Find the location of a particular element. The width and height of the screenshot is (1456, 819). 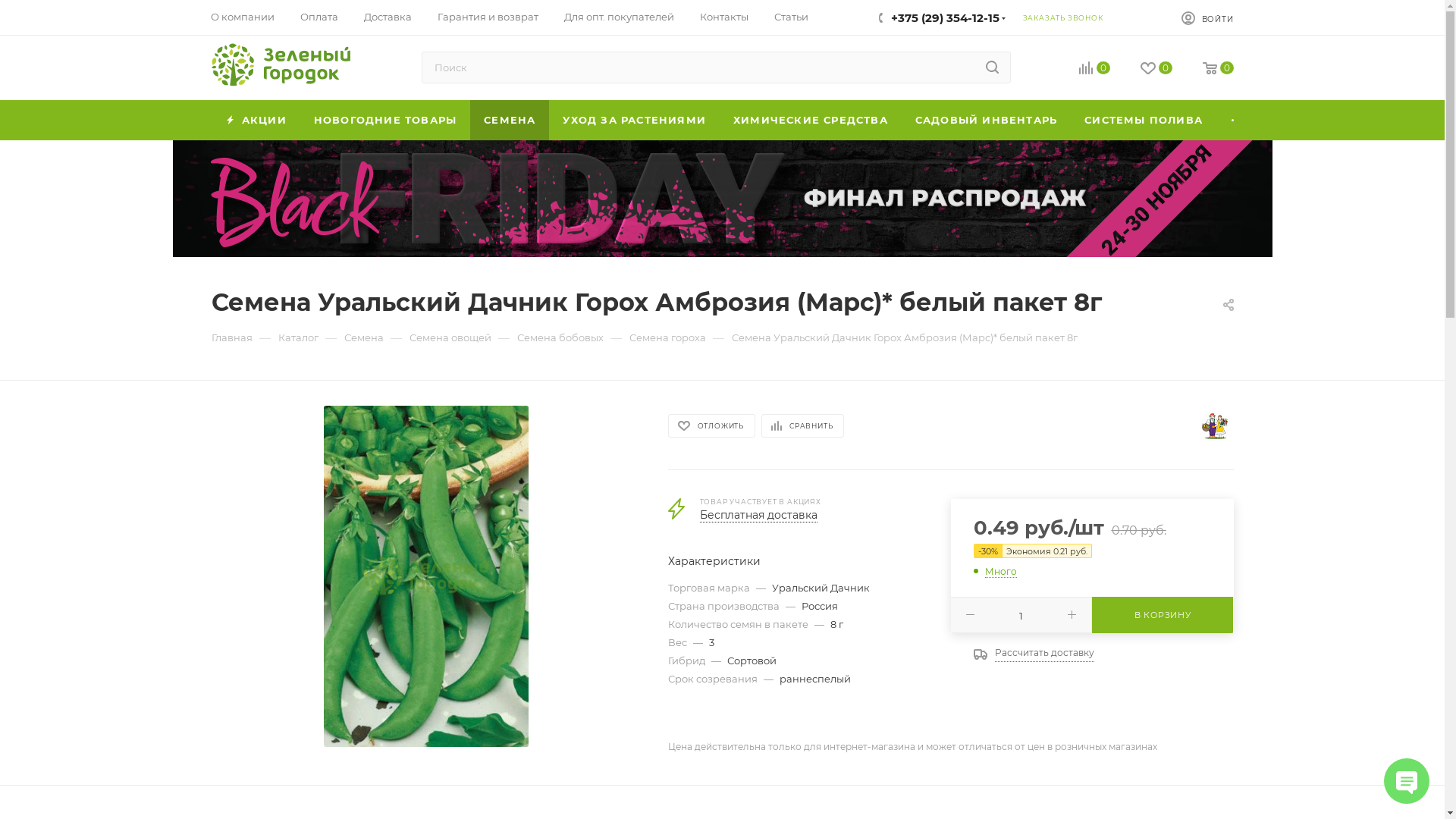

'0' is located at coordinates (1094, 69).